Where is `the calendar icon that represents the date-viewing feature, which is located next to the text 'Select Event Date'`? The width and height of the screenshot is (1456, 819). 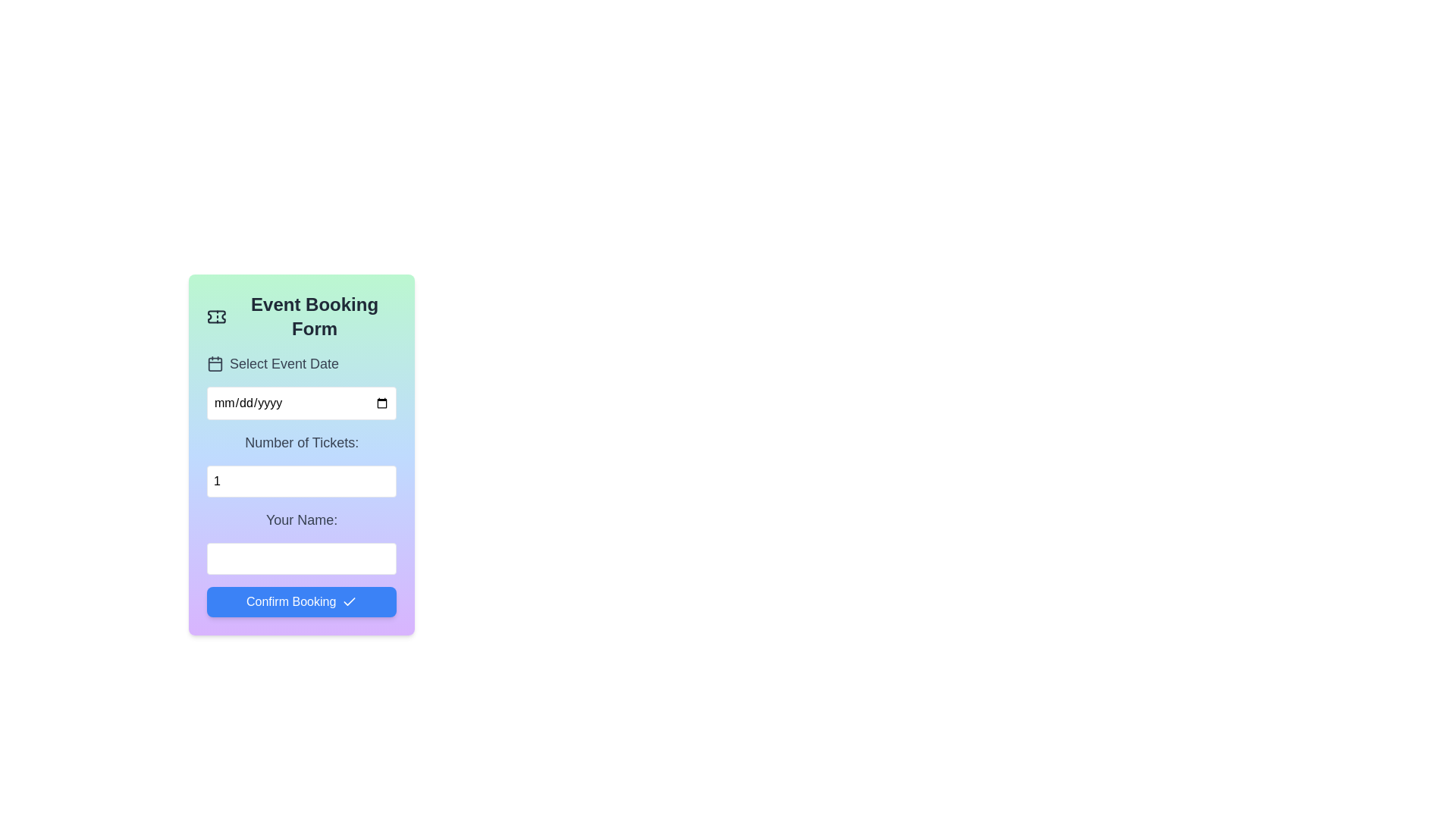 the calendar icon that represents the date-viewing feature, which is located next to the text 'Select Event Date' is located at coordinates (214, 363).